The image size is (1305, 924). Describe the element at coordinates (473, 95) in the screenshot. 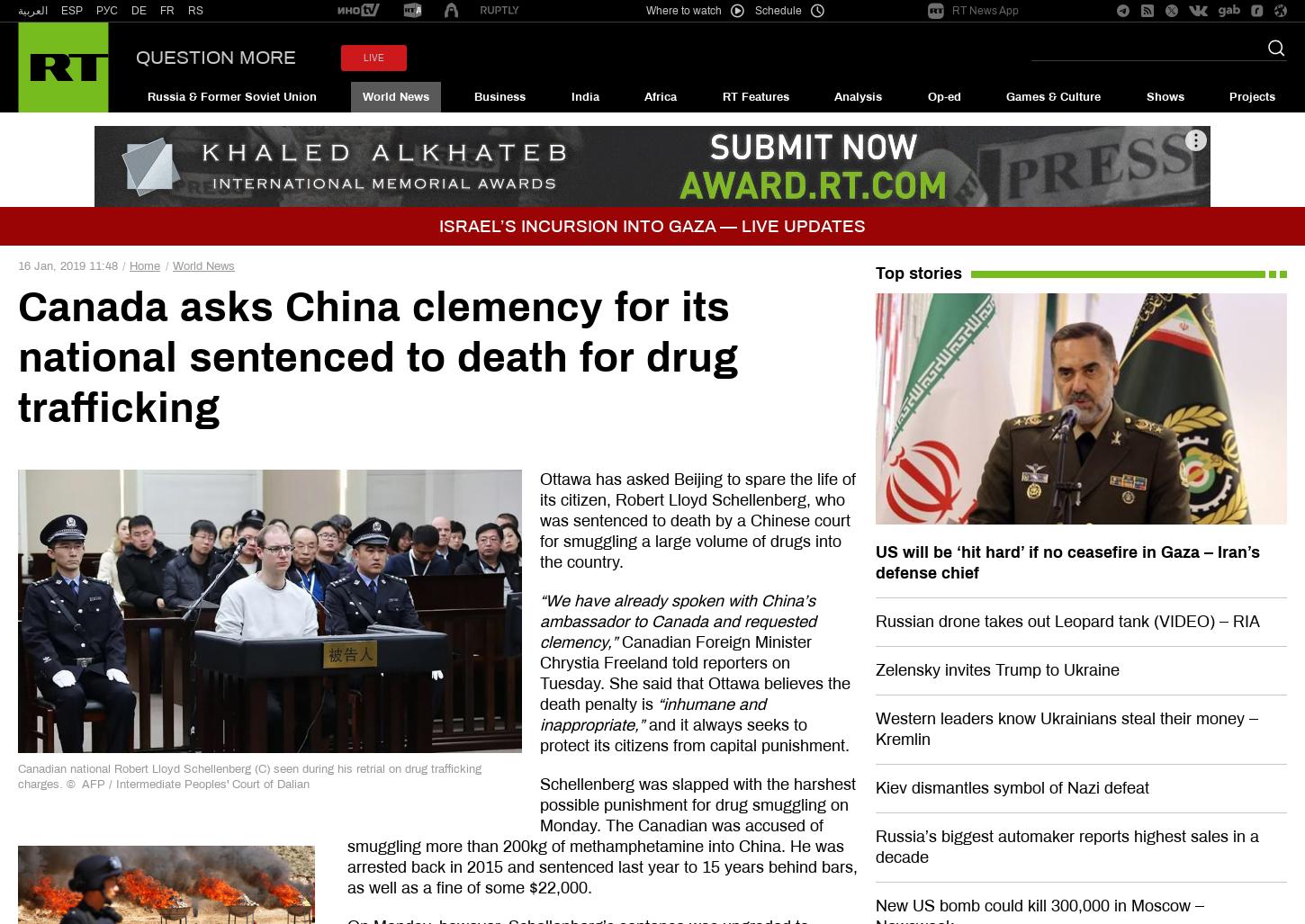

I see `'Business'` at that location.